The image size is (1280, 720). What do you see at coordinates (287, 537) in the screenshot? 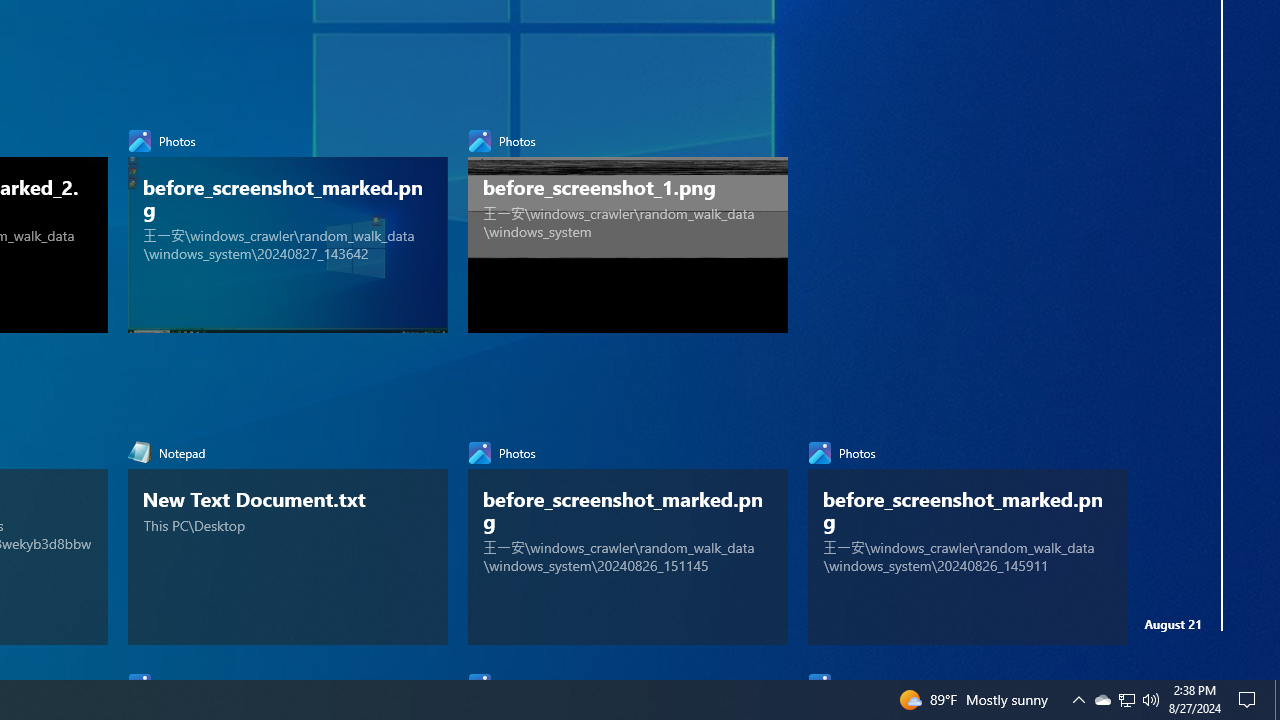
I see `'Notepad, New Text Document.txt'` at bounding box center [287, 537].